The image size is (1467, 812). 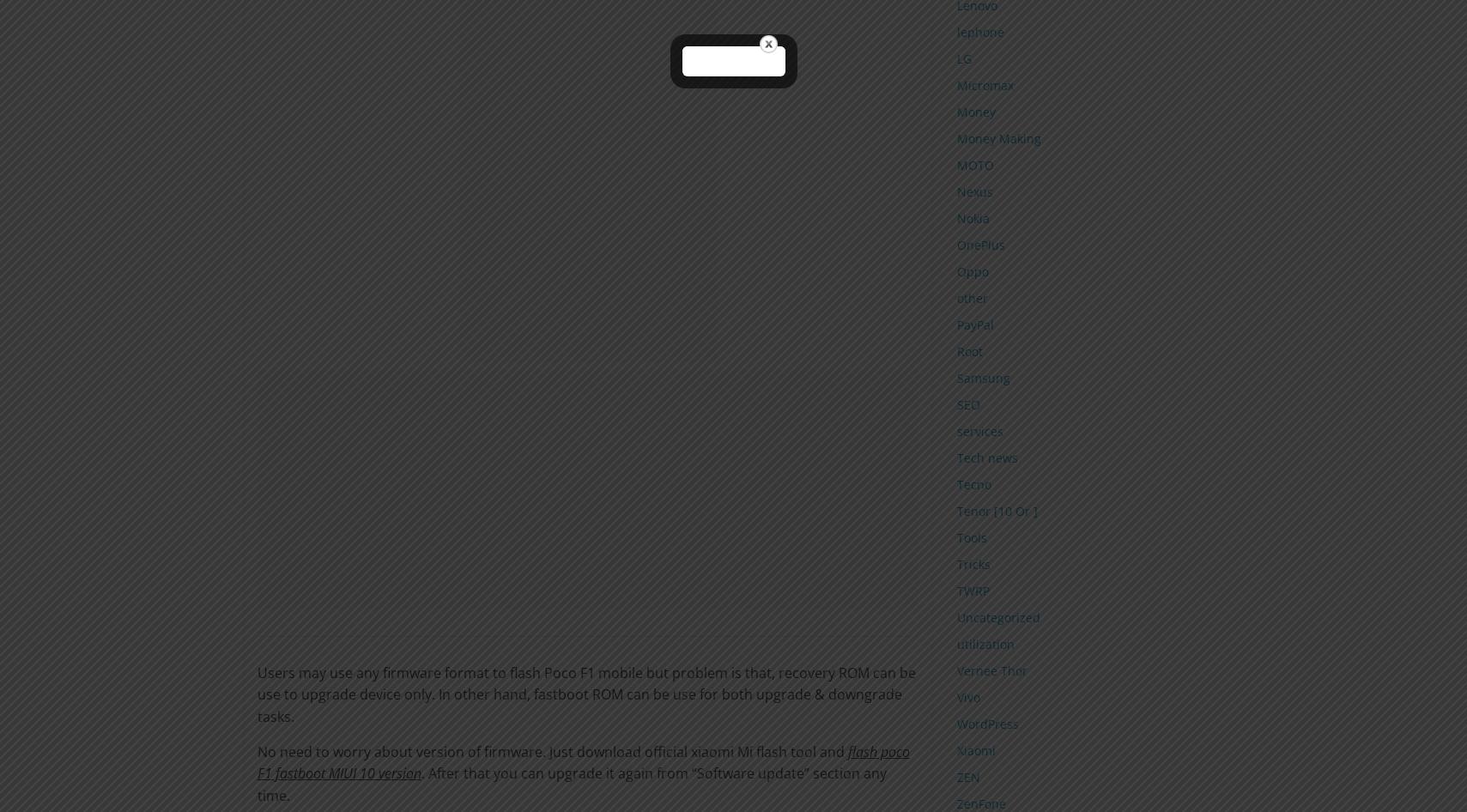 What do you see at coordinates (955, 563) in the screenshot?
I see `'Tricks'` at bounding box center [955, 563].